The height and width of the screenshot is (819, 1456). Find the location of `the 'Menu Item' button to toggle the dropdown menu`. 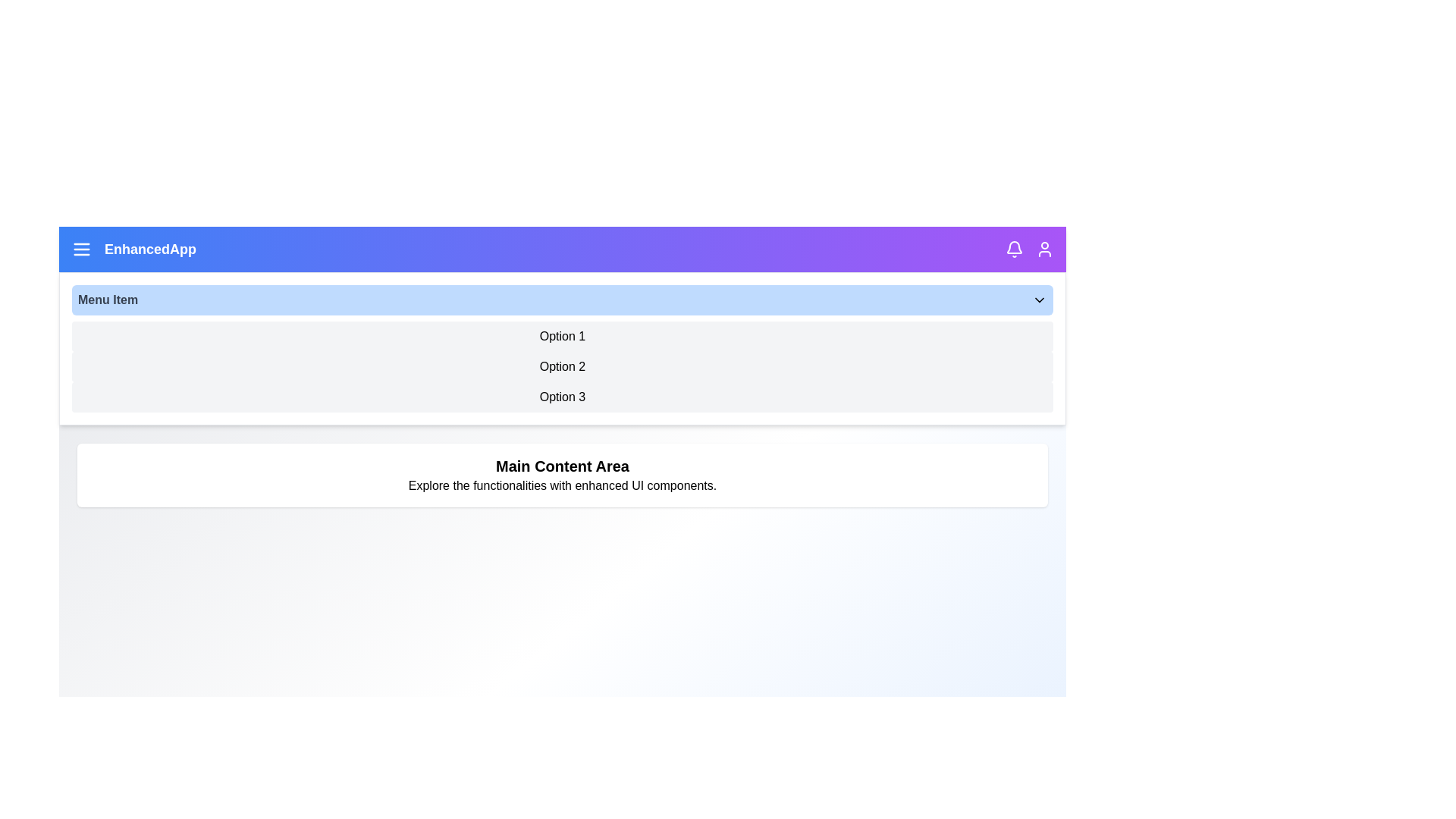

the 'Menu Item' button to toggle the dropdown menu is located at coordinates (562, 300).